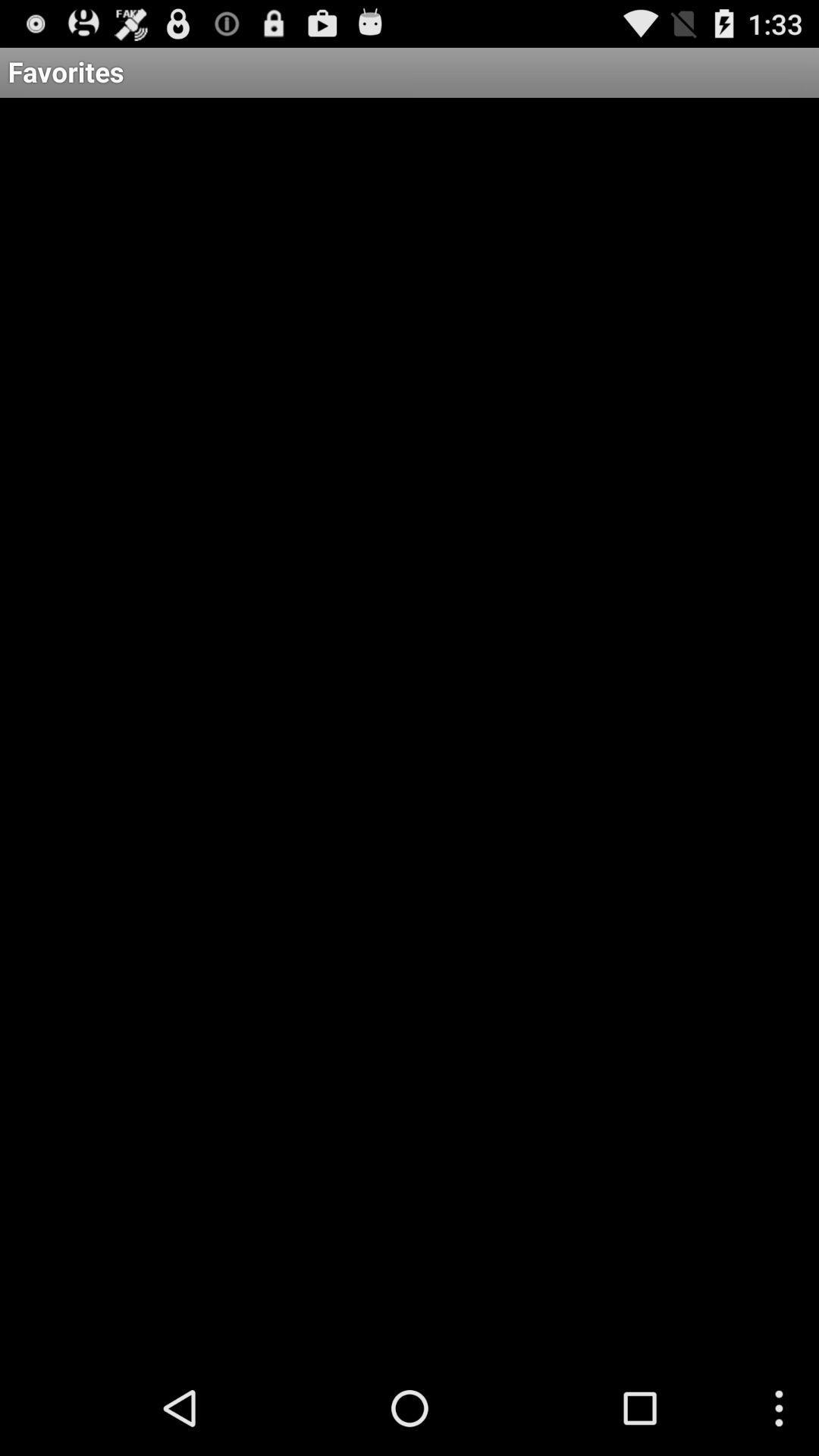 This screenshot has height=1456, width=819. Describe the element at coordinates (409, 729) in the screenshot. I see `icon below favorites item` at that location.